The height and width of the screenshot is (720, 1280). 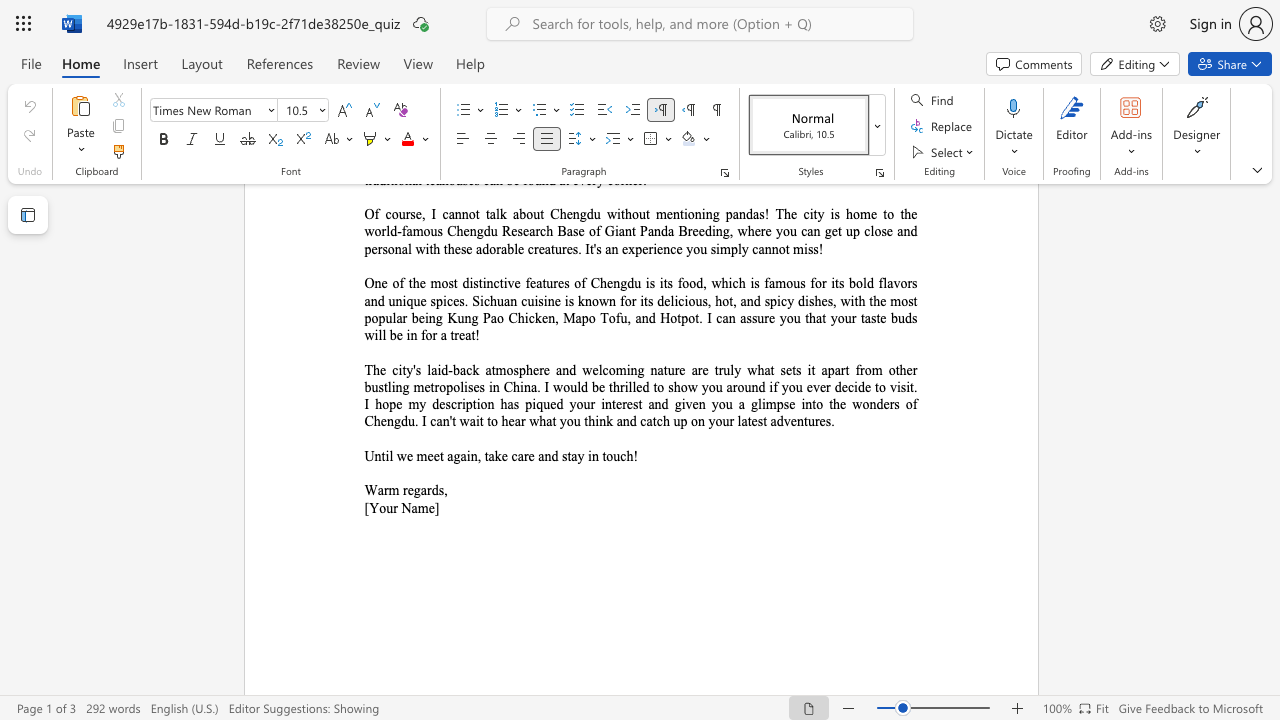 What do you see at coordinates (410, 507) in the screenshot?
I see `the subset text "am" within the text "[Your Name]"` at bounding box center [410, 507].